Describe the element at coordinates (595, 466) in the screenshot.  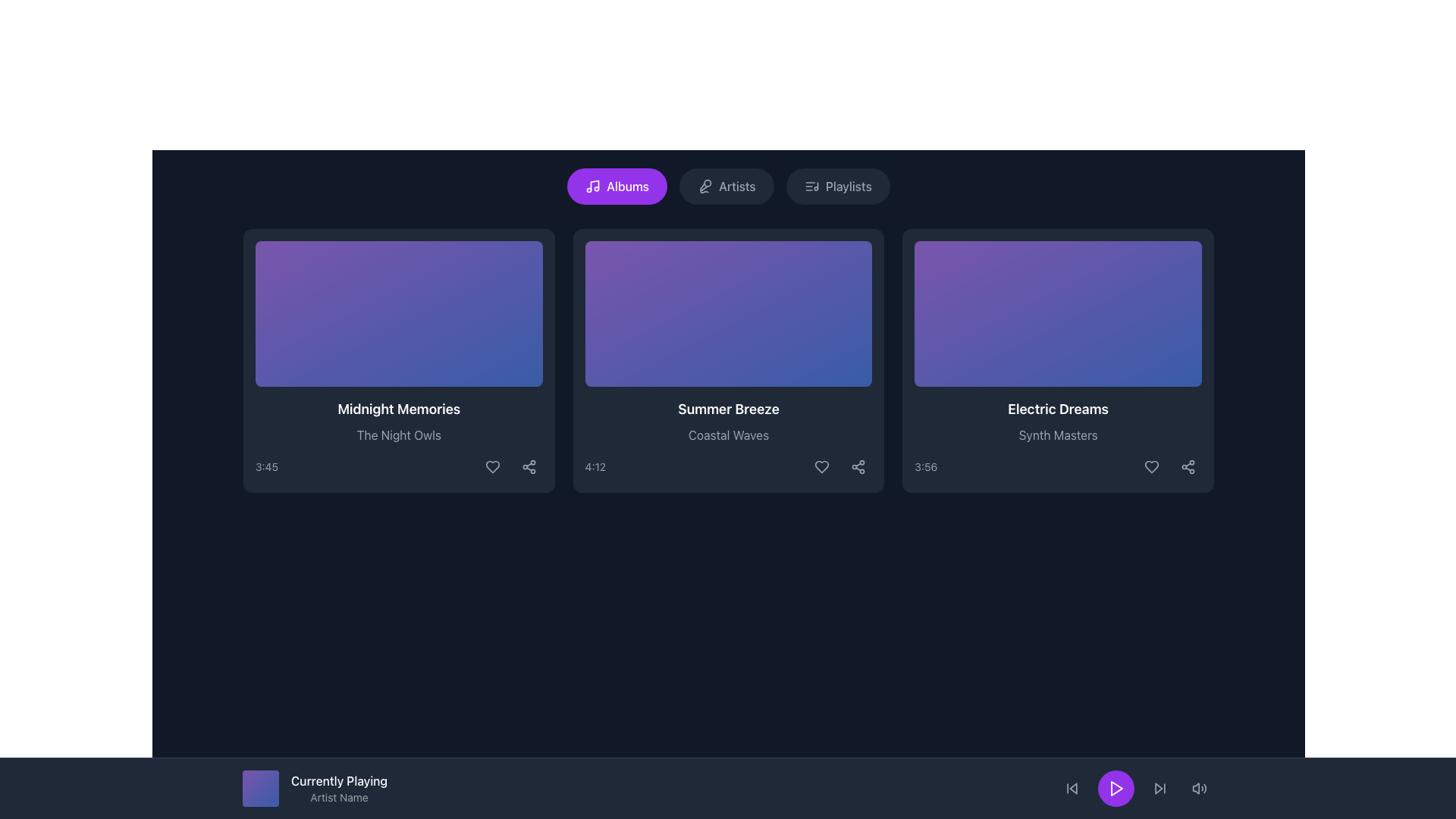
I see `the small gray text label displaying '4:12' located in the bottom-left corner of the 'Summer Breeze' album card` at that location.